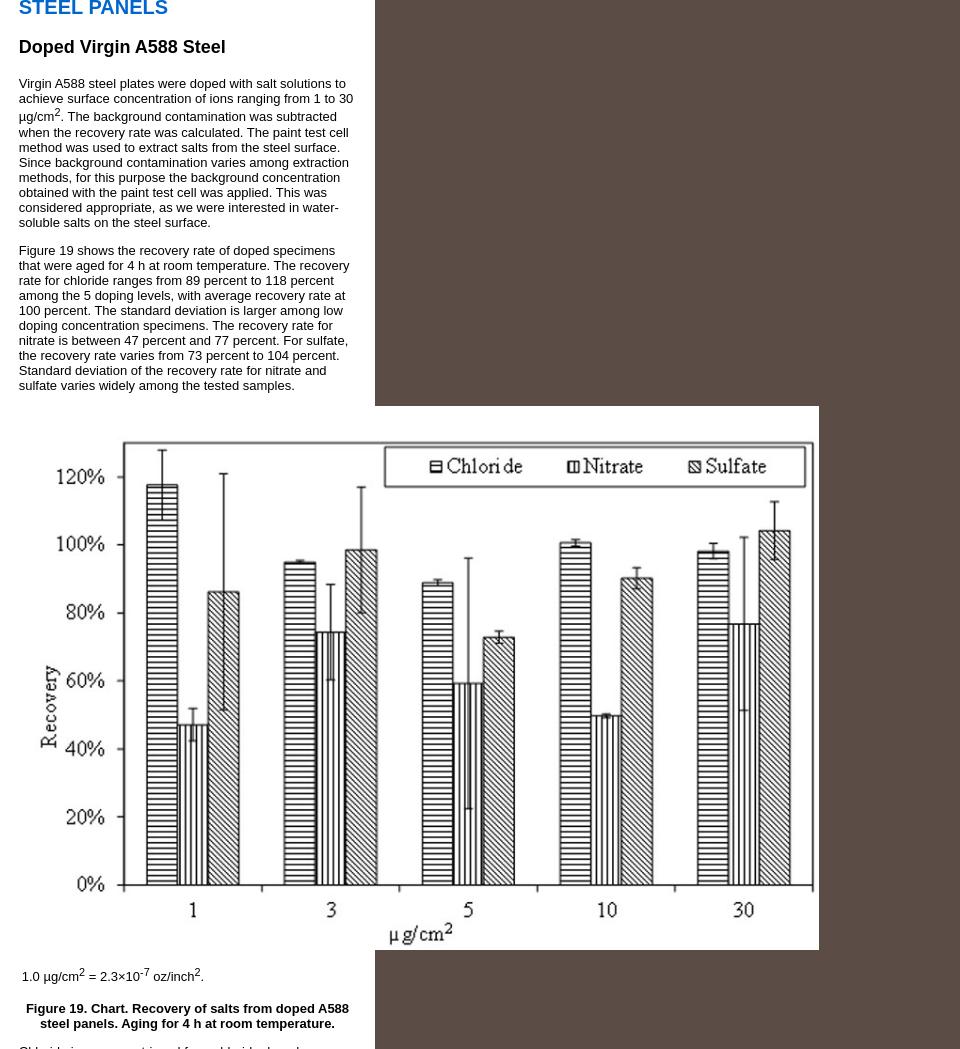 The width and height of the screenshot is (960, 1049). What do you see at coordinates (201, 975) in the screenshot?
I see `'.'` at bounding box center [201, 975].